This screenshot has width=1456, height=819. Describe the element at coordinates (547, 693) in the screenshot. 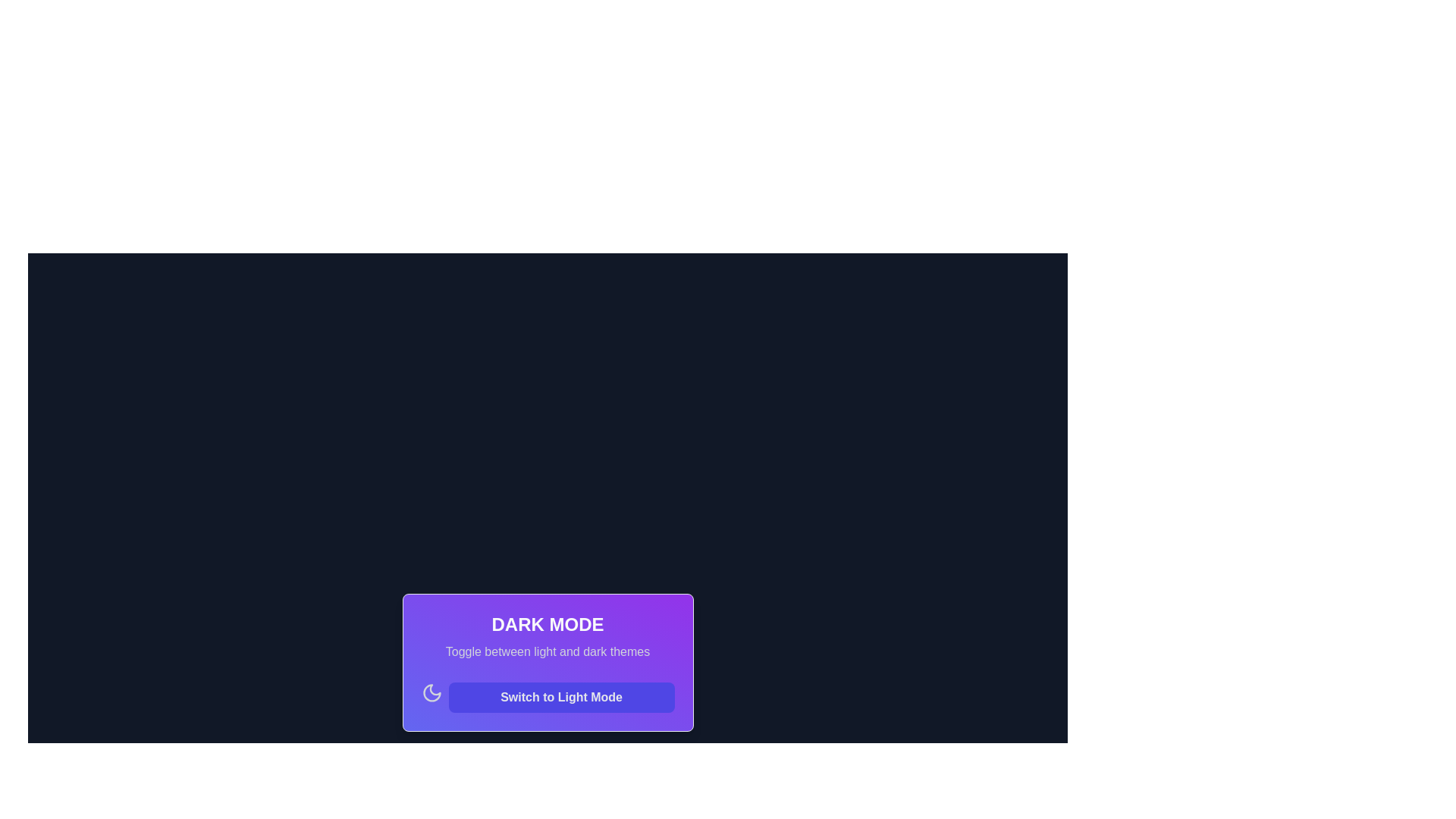

I see `the button that activates the light mode theme, positioned below the text 'Toggle between light and dark themes'` at that location.